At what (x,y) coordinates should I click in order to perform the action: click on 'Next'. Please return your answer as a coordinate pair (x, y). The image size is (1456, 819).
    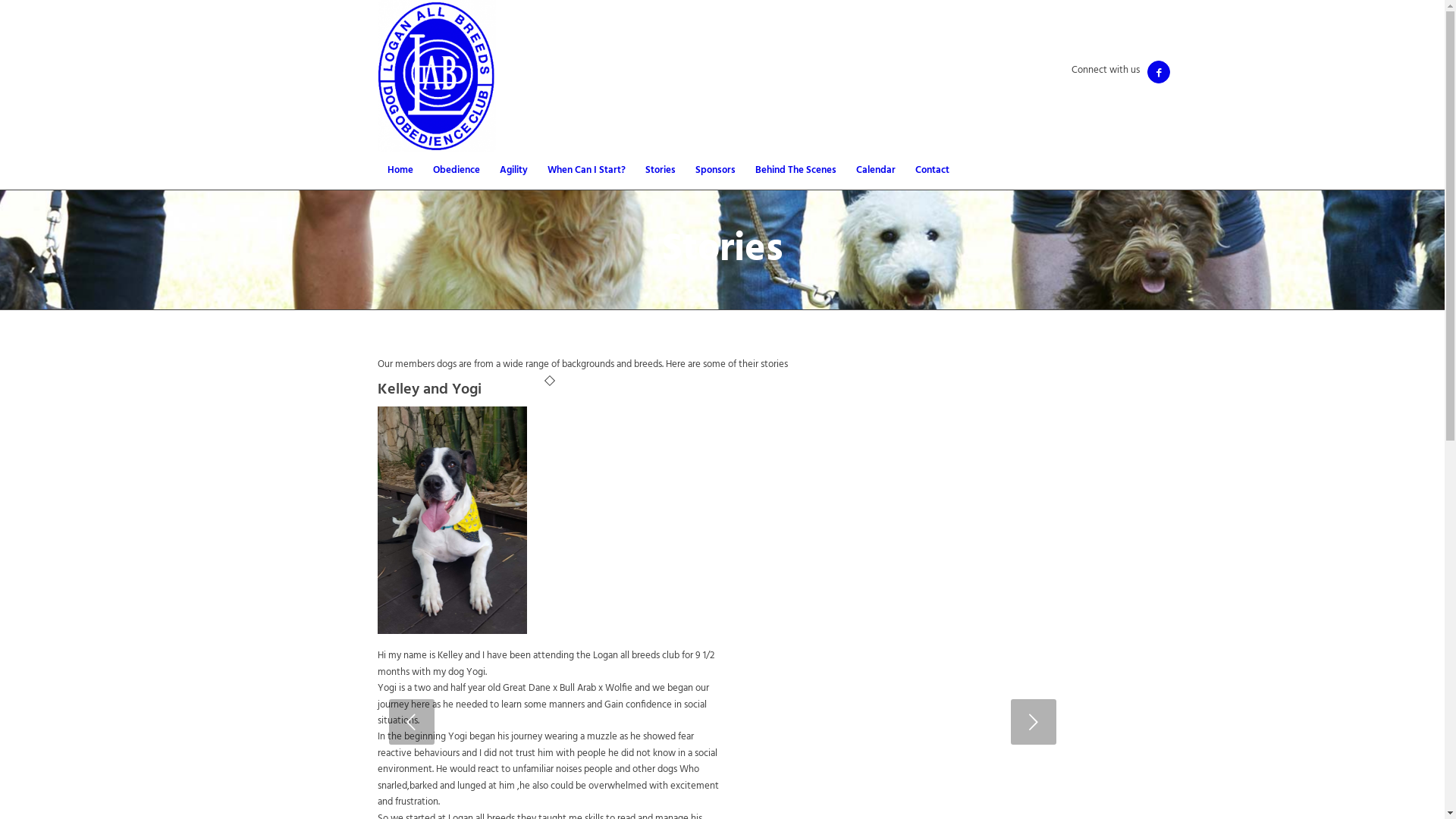
    Looking at the image, I should click on (1032, 721).